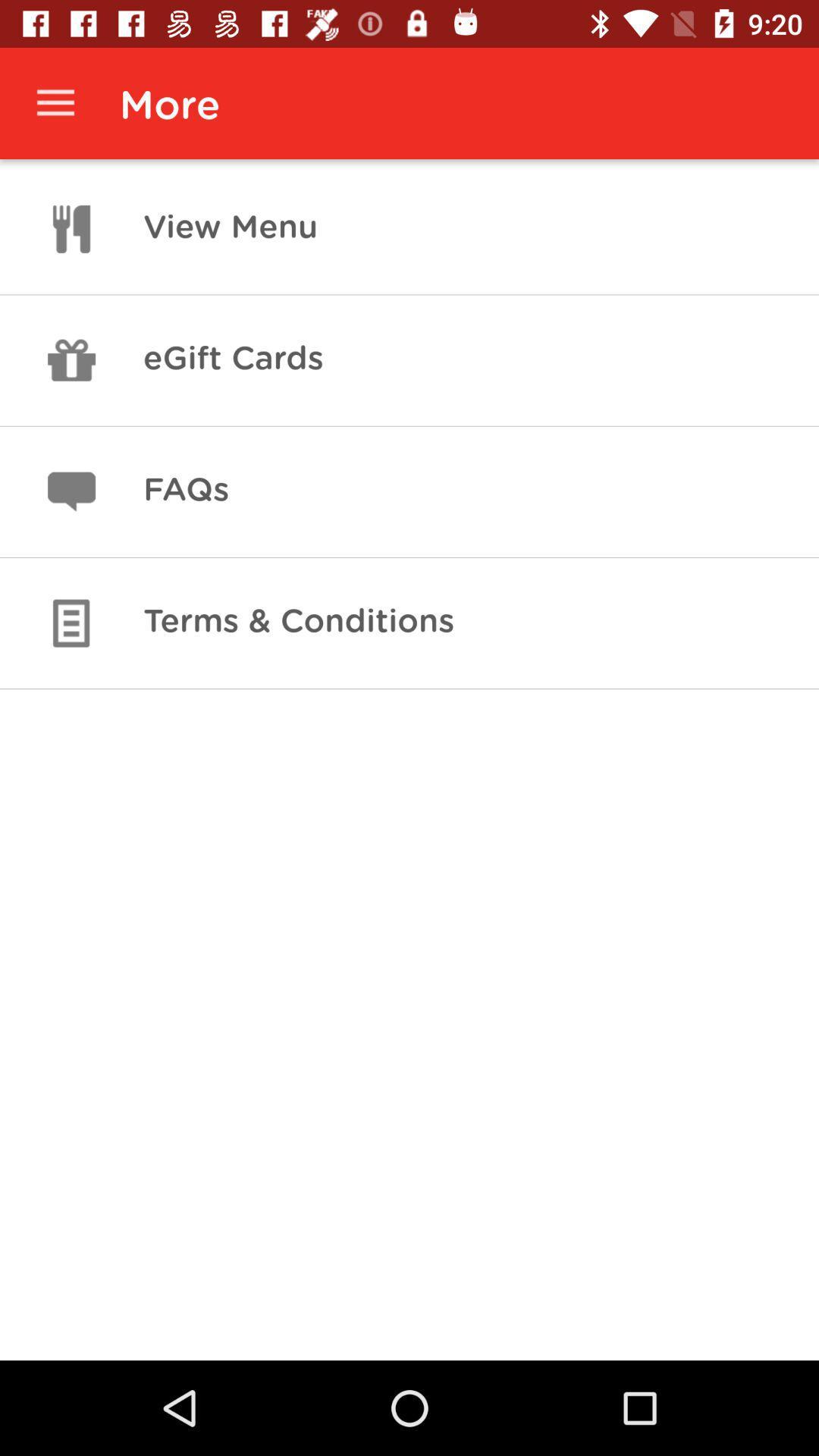 This screenshot has width=819, height=1456. What do you see at coordinates (299, 623) in the screenshot?
I see `item at the center` at bounding box center [299, 623].